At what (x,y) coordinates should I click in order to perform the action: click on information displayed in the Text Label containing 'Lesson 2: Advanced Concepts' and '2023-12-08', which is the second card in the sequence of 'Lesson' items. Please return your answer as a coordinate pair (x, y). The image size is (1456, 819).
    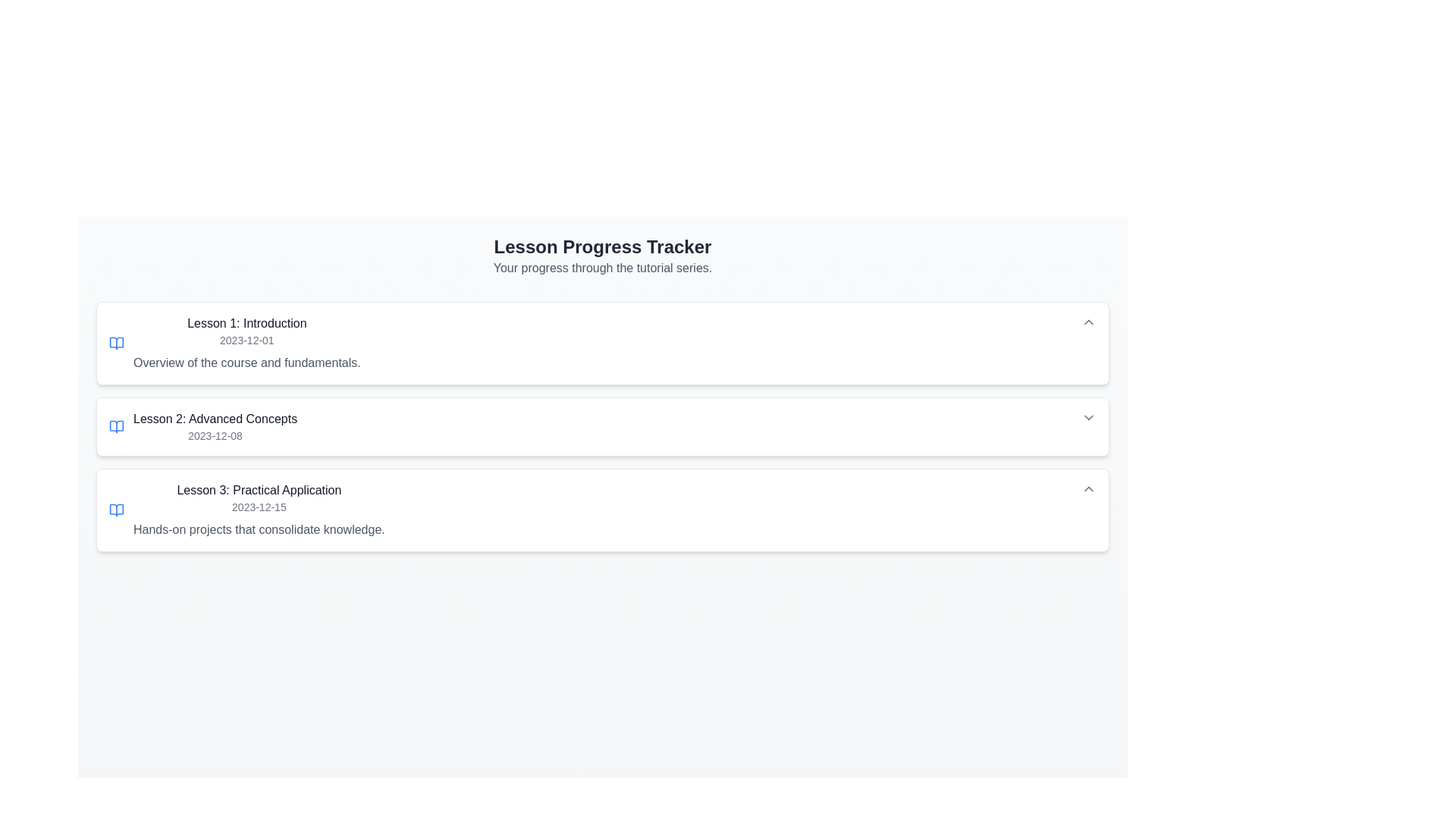
    Looking at the image, I should click on (215, 427).